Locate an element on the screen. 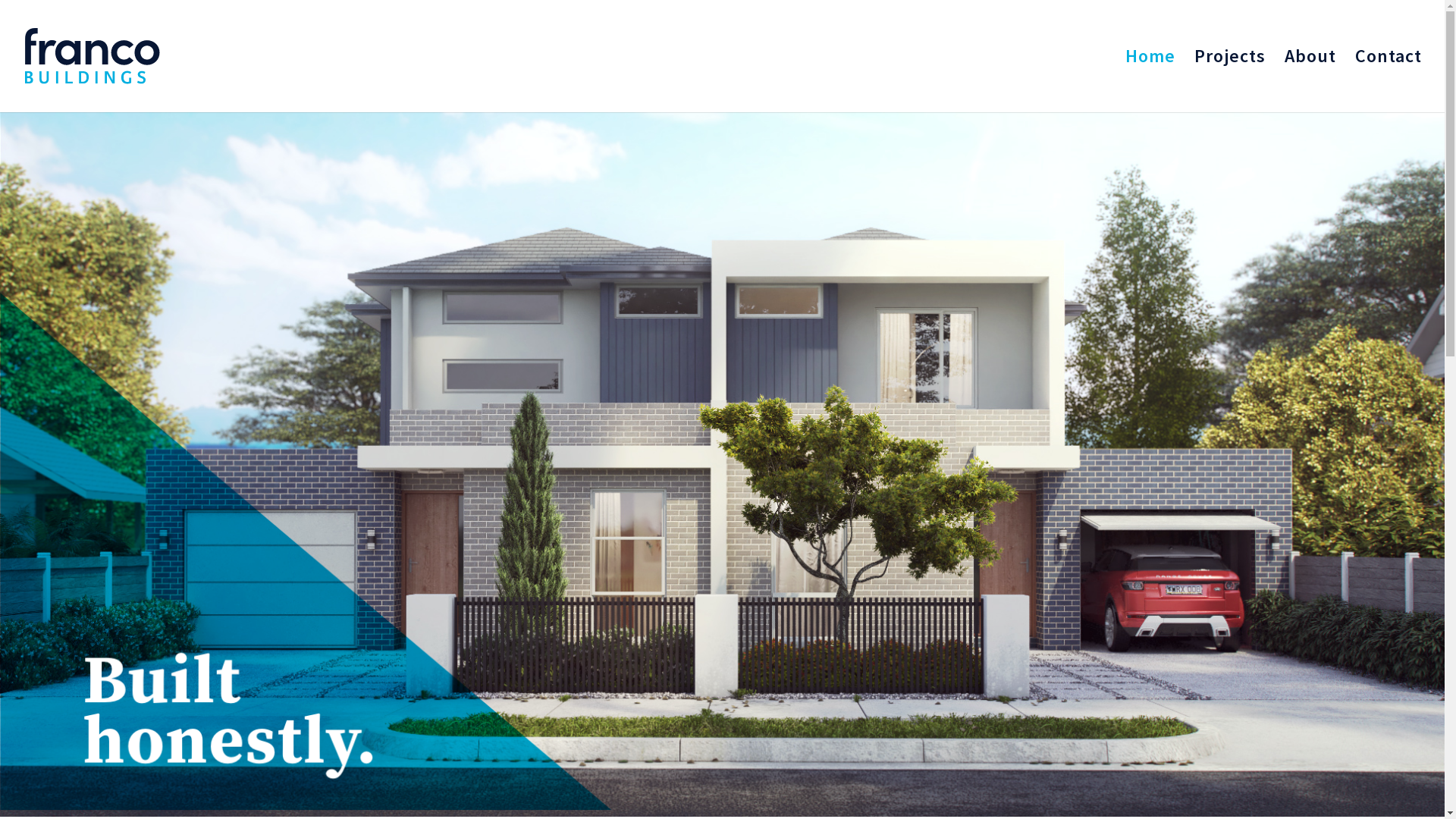 This screenshot has width=1456, height=819. 'About' is located at coordinates (1310, 81).